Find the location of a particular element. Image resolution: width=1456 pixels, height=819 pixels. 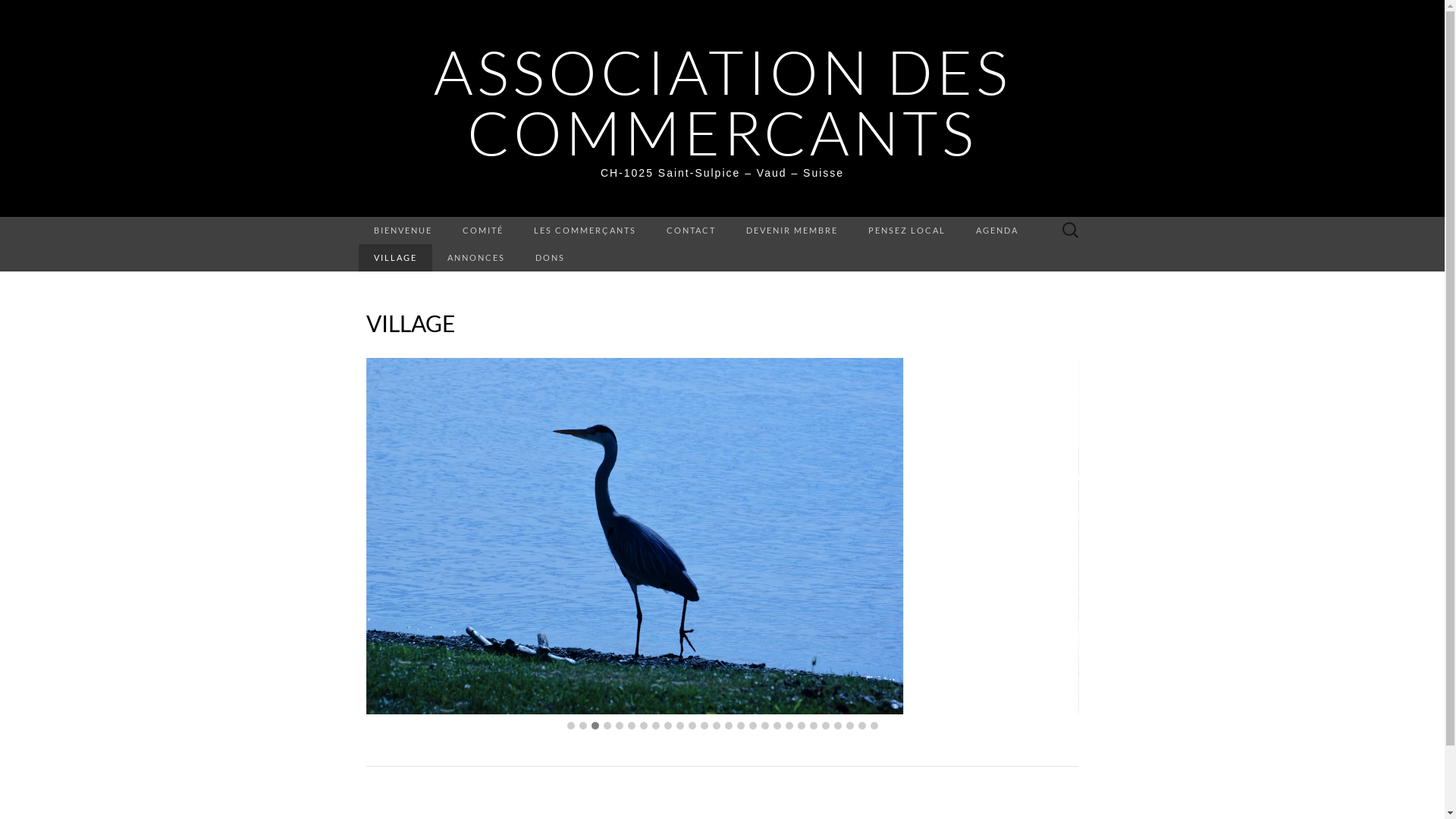

'DEVENIR MEMBRE' is located at coordinates (791, 231).